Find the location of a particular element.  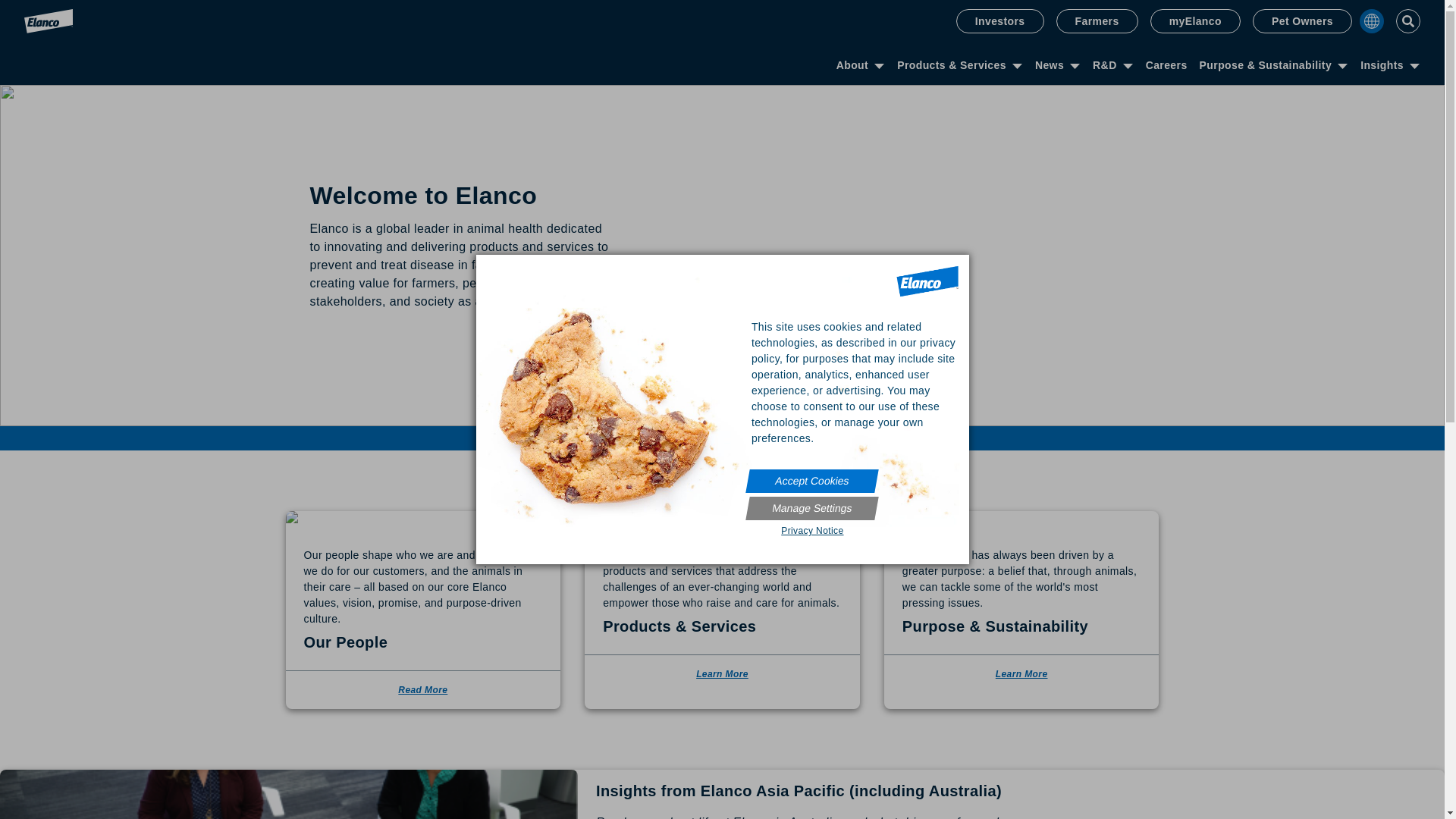

'Careers' is located at coordinates (1166, 66).